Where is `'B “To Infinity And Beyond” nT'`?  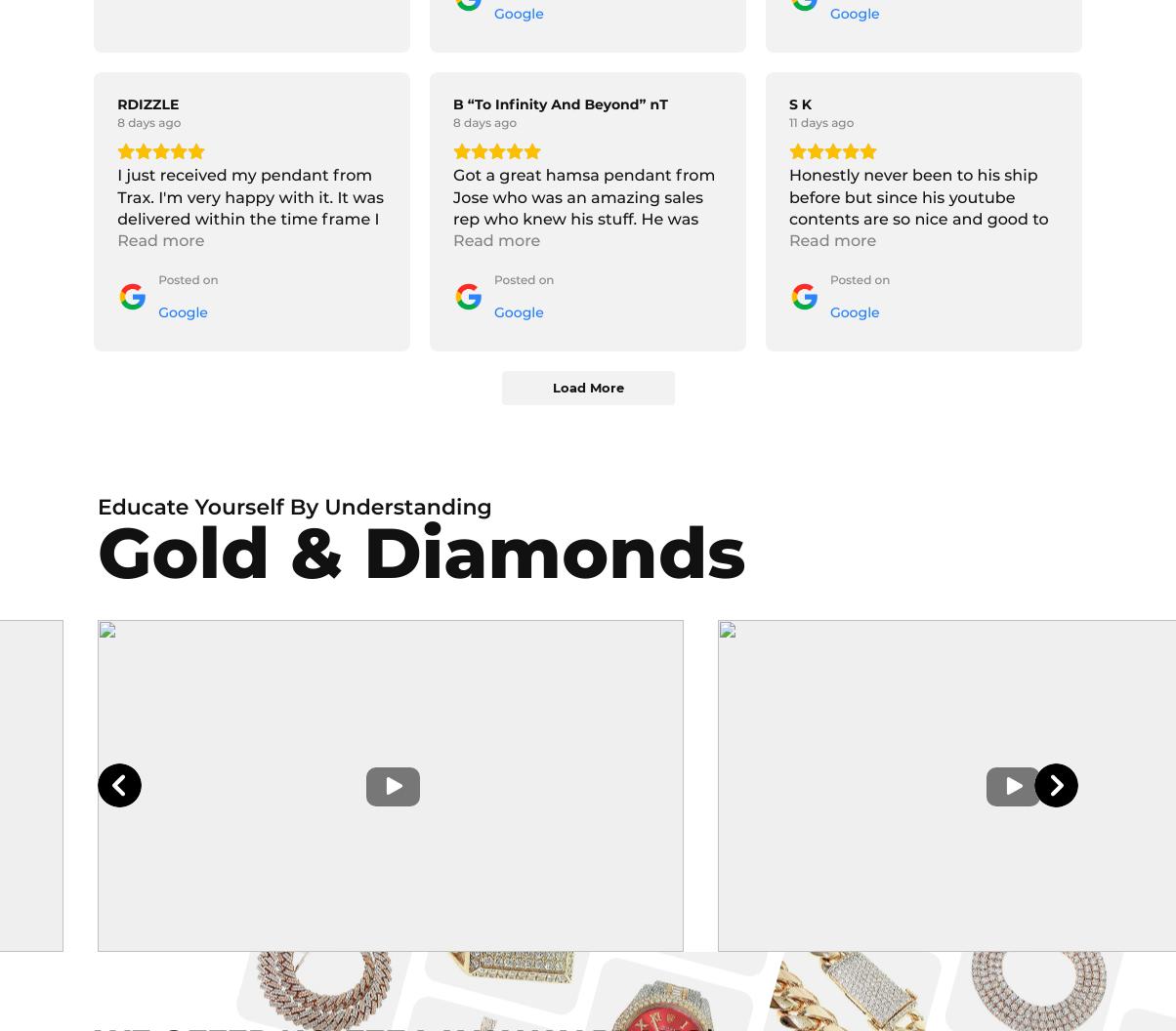 'B “To Infinity And Beyond” nT' is located at coordinates (560, 103).